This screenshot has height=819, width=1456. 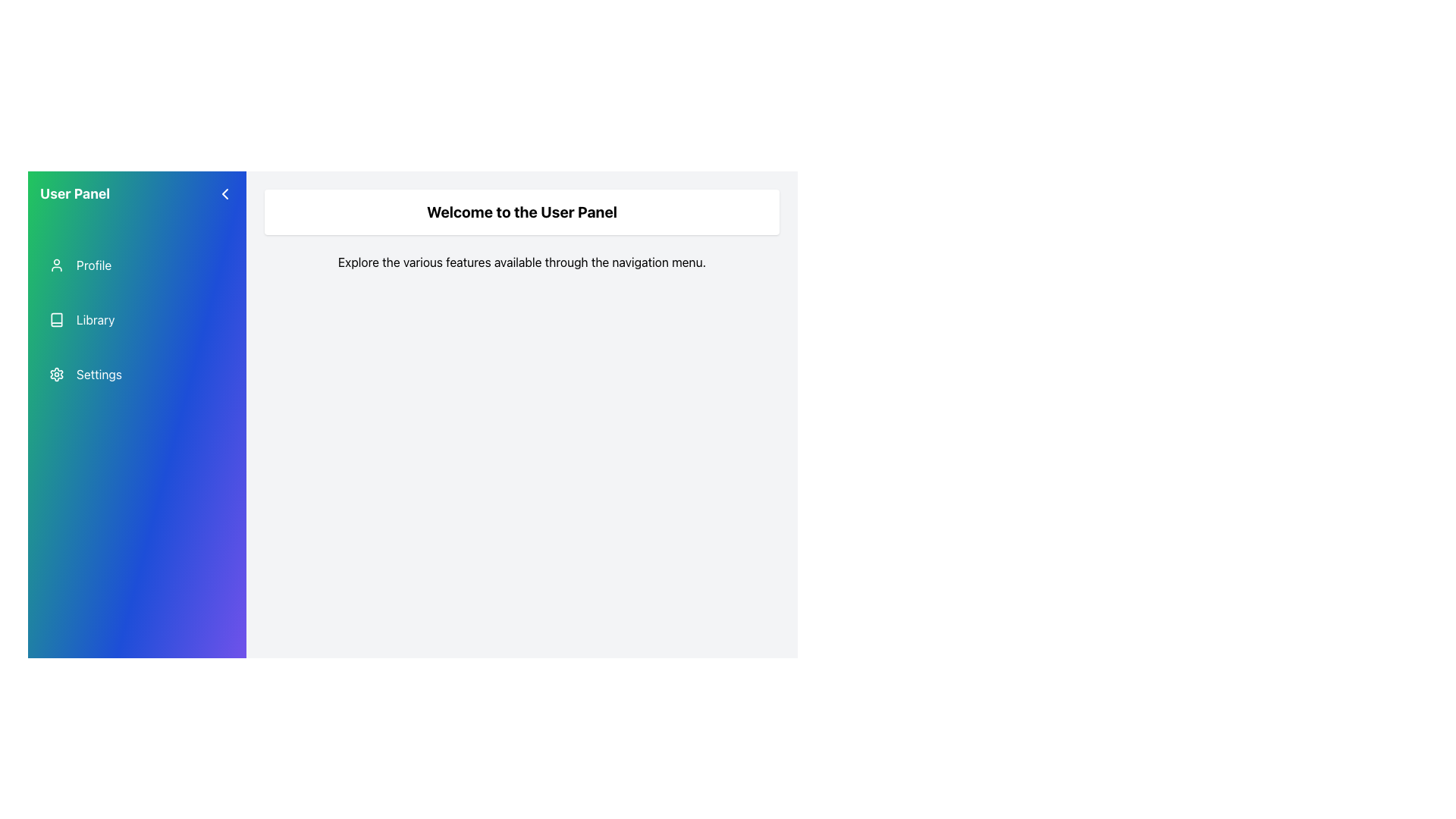 I want to click on the navigation button located in the left sidebar, which is situated directly below the 'Profile' button and above the 'Settings' button, so click(x=137, y=318).